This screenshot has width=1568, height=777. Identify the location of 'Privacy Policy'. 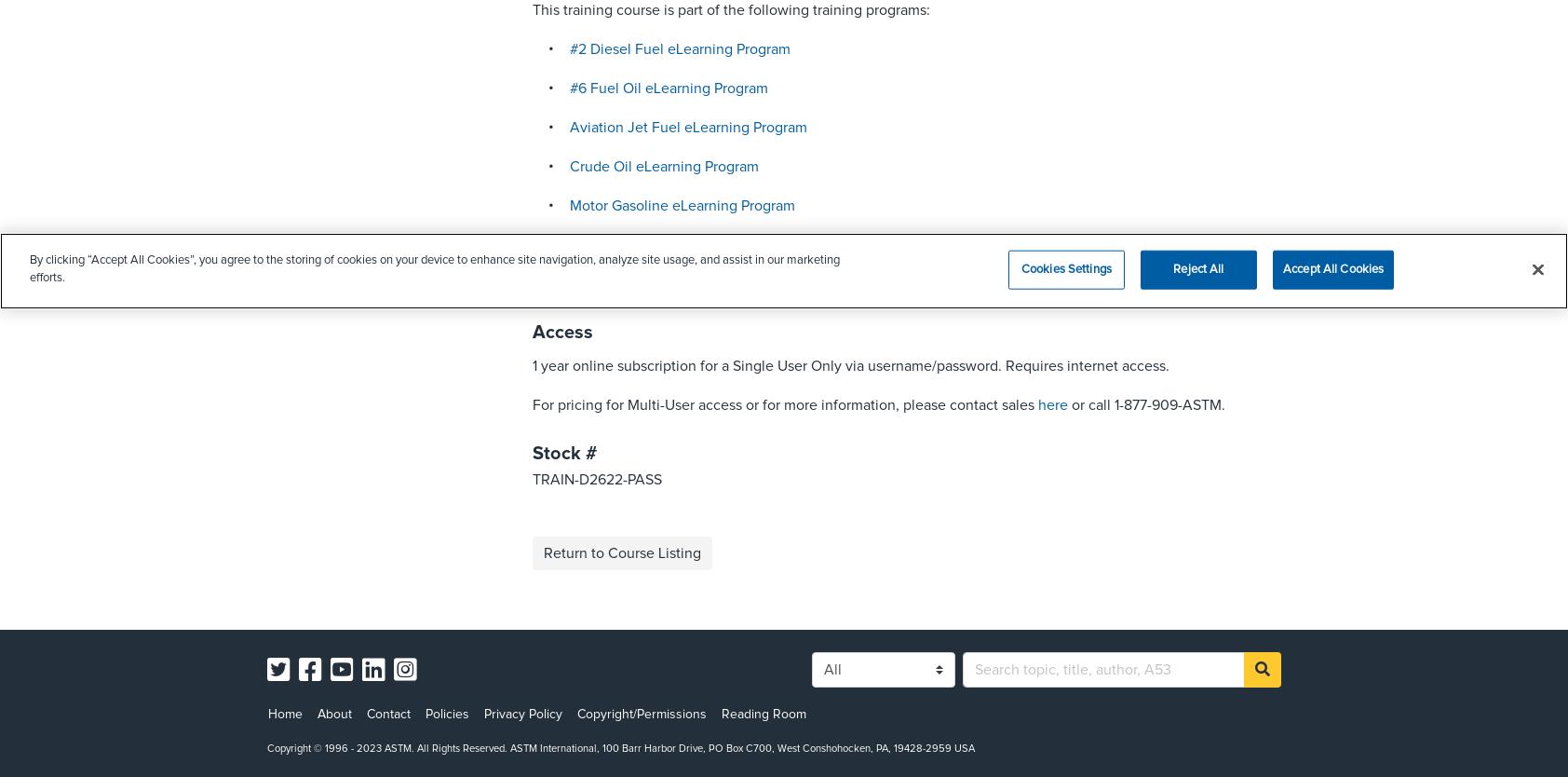
(483, 714).